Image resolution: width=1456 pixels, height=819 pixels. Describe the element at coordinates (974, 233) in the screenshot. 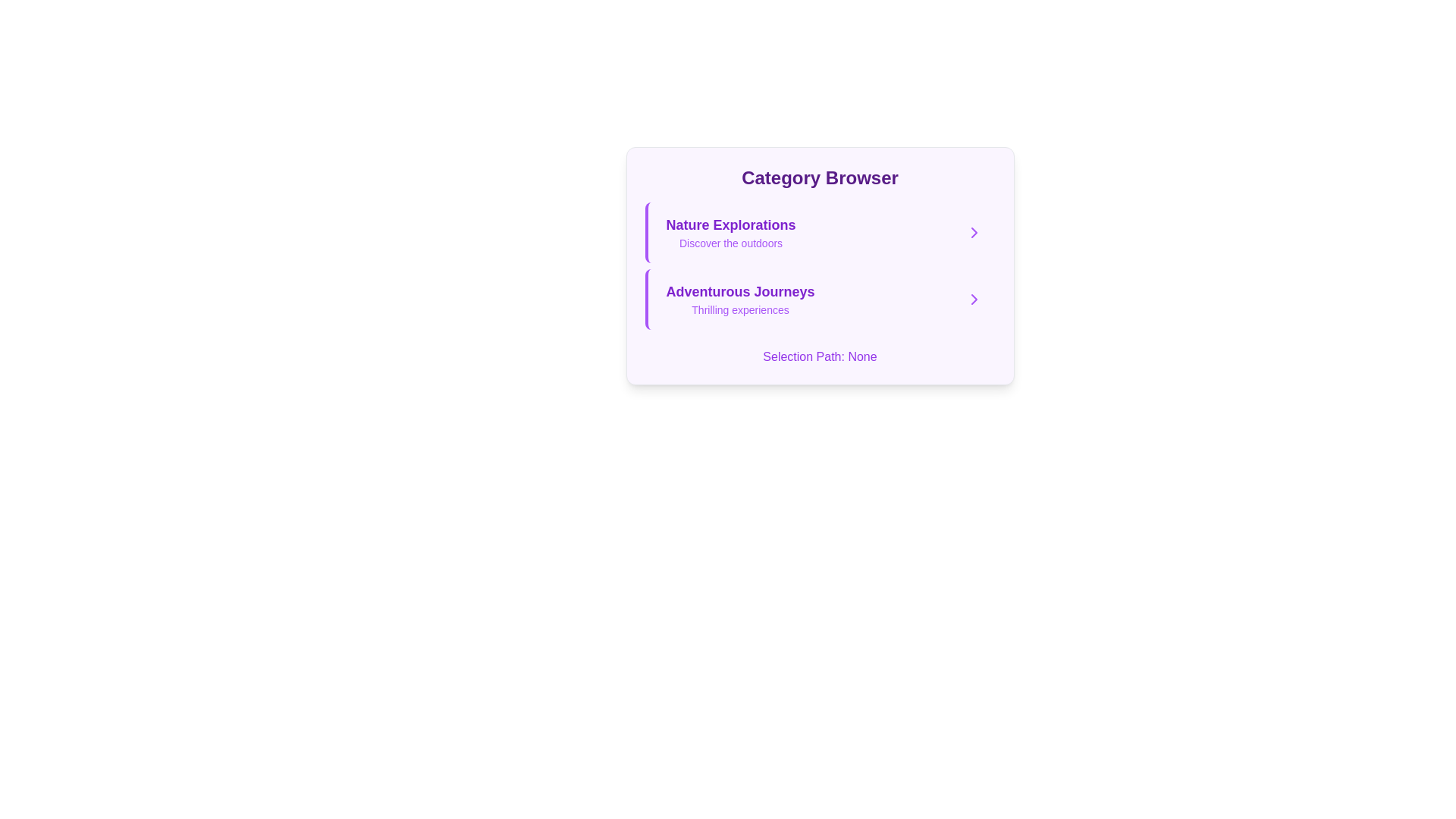

I see `the navigation icon located to the right of the text content in the 'Adventurous Journeys' card within the 'Category Browser' section` at that location.